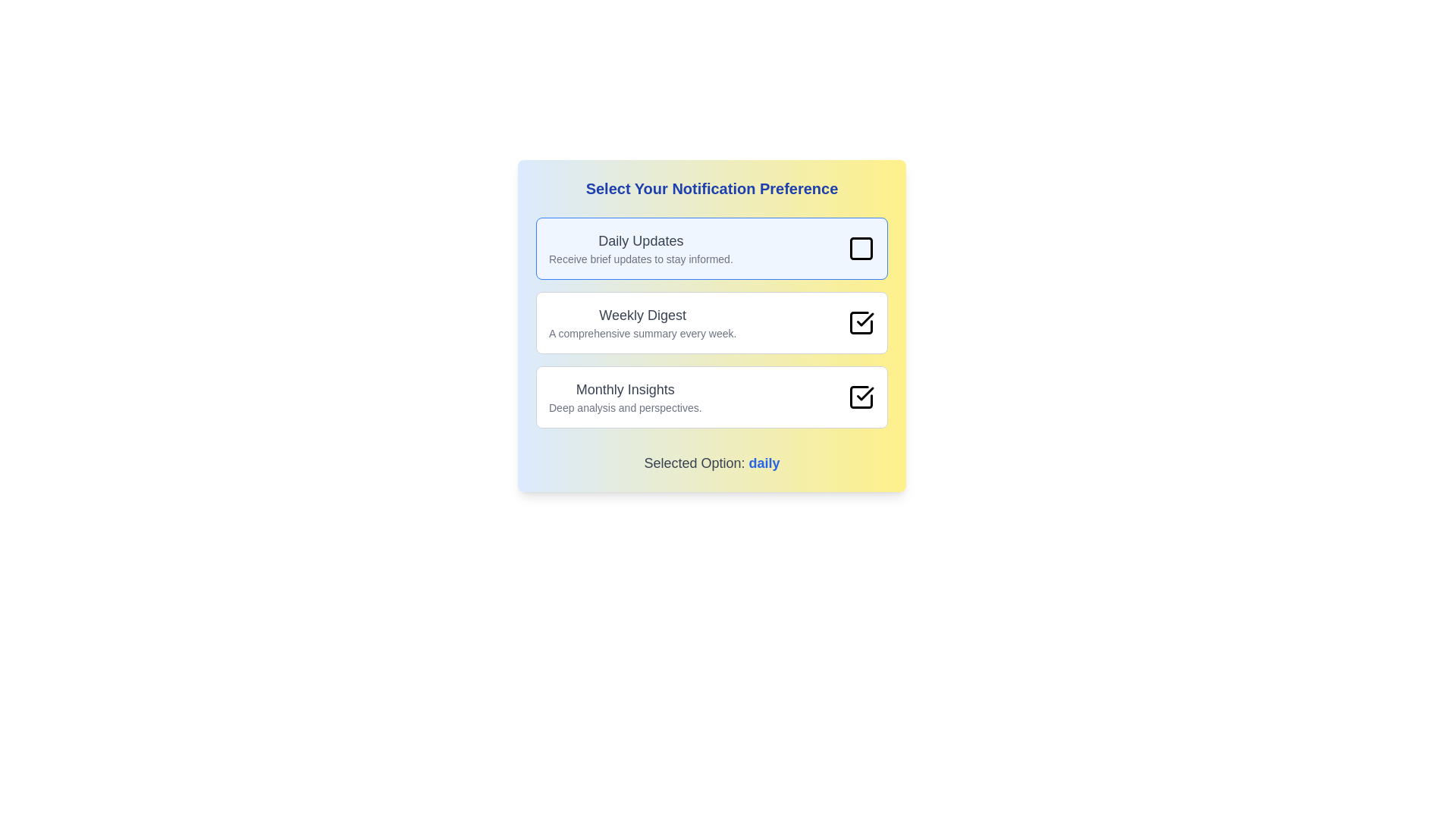  Describe the element at coordinates (625, 397) in the screenshot. I see `the 'Monthly Insights' option for selection` at that location.